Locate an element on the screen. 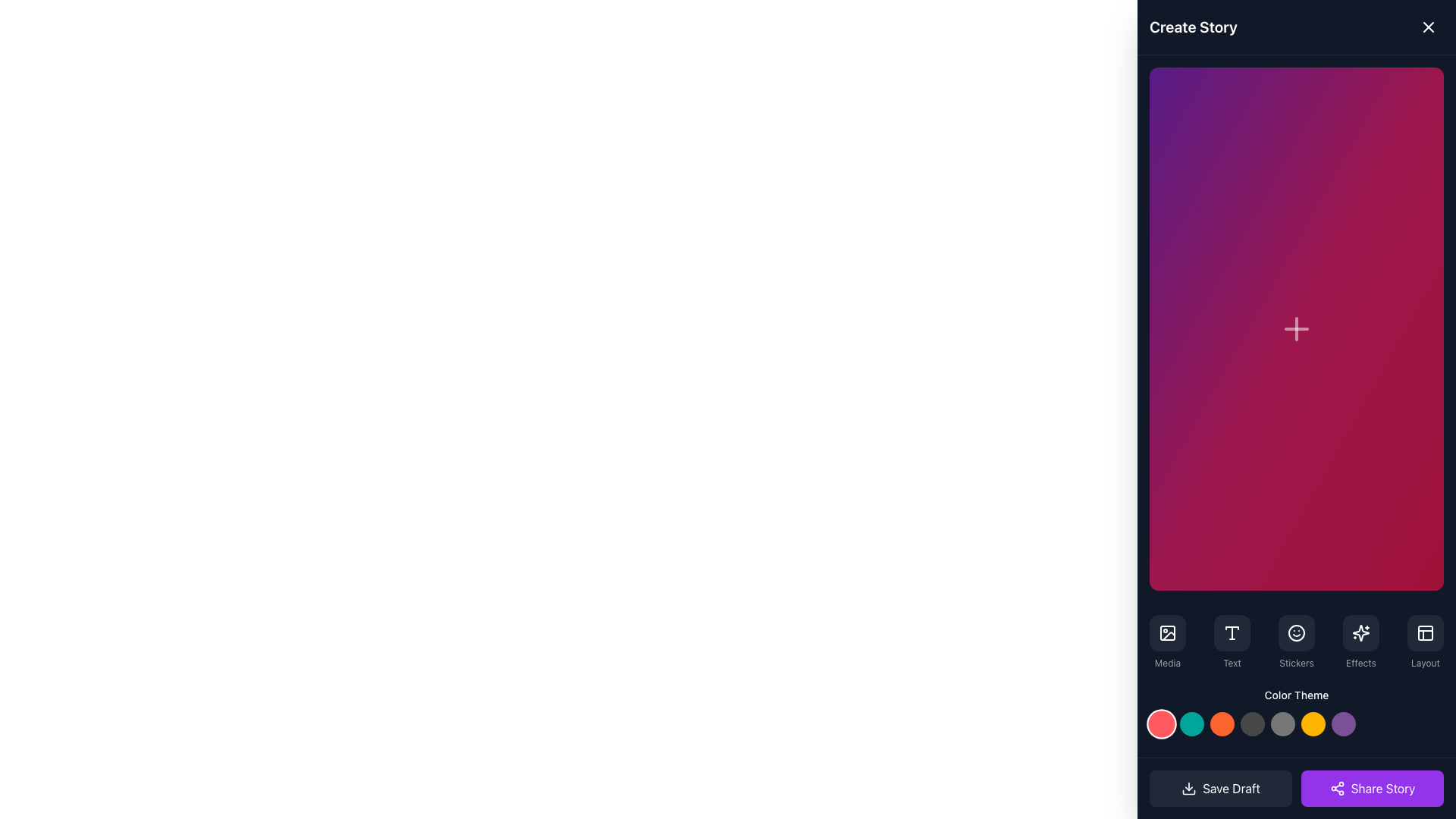 Image resolution: width=1456 pixels, height=819 pixels. the media selection icon button located in the top row of the toolbar at the bottom of the interface is located at coordinates (1167, 632).